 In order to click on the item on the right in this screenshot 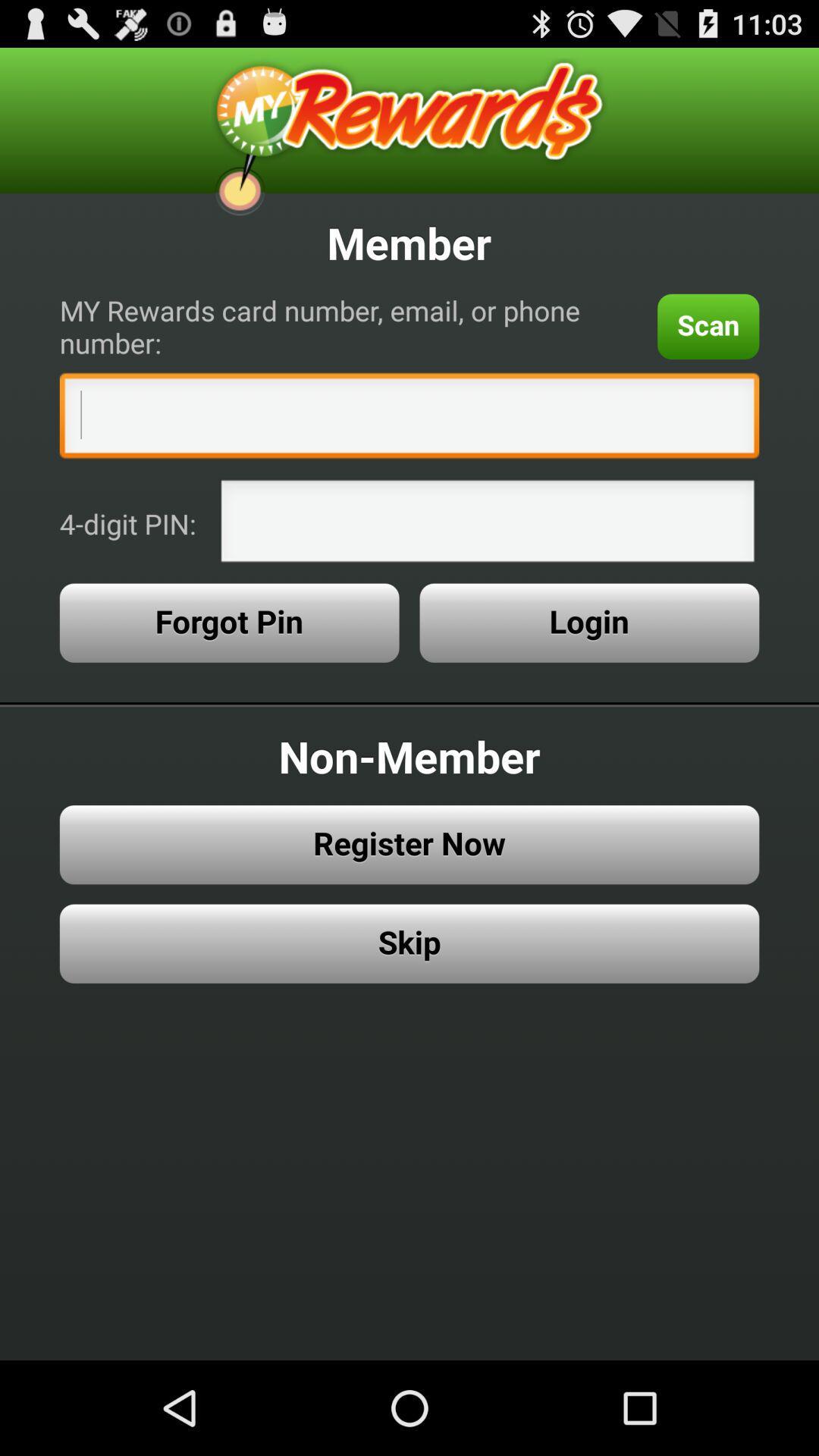, I will do `click(588, 623)`.